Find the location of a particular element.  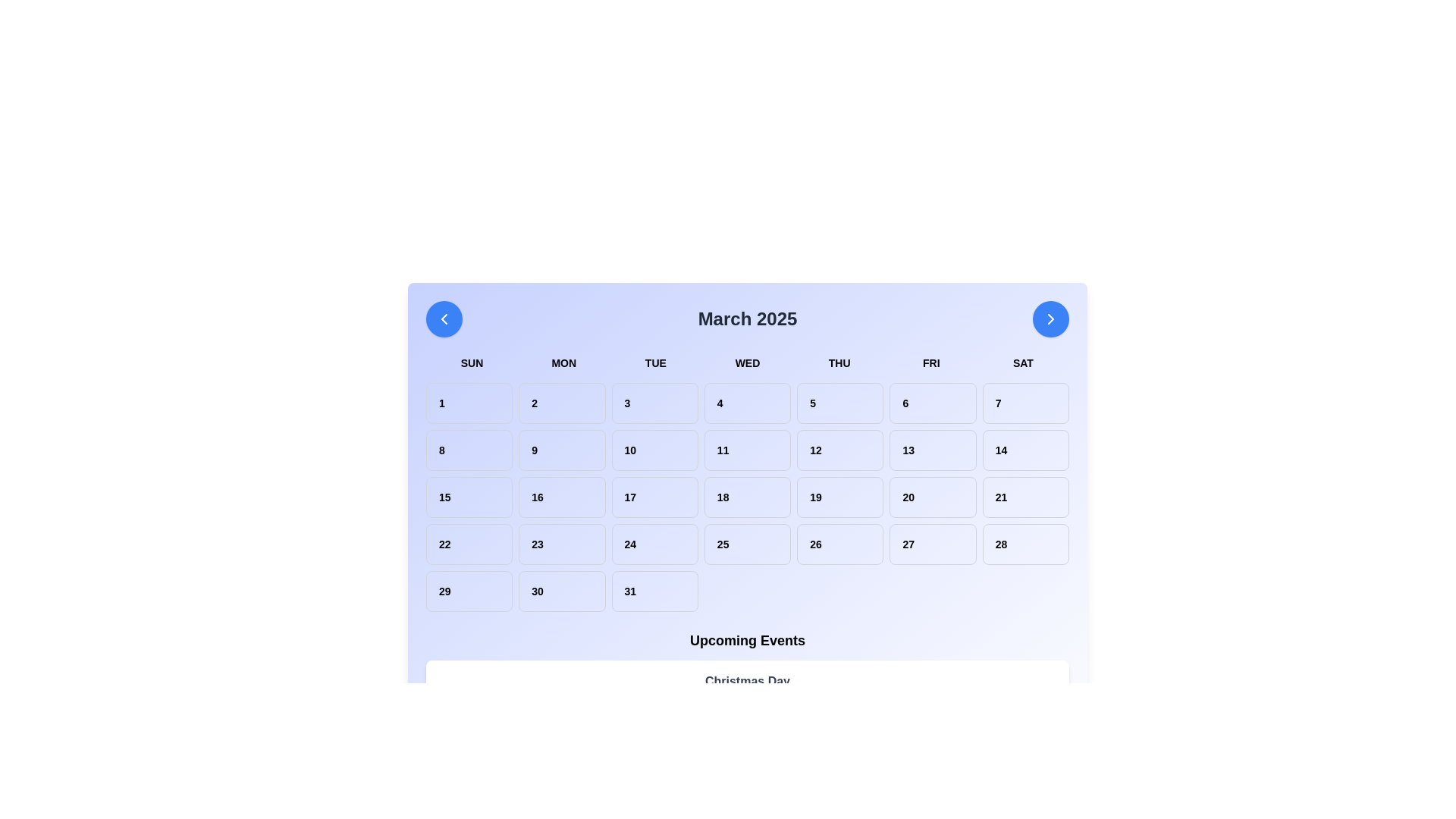

the calendar cell displaying the number '15' in bold black font, located in the third cell of the third row under the 'MON' column is located at coordinates (469, 497).